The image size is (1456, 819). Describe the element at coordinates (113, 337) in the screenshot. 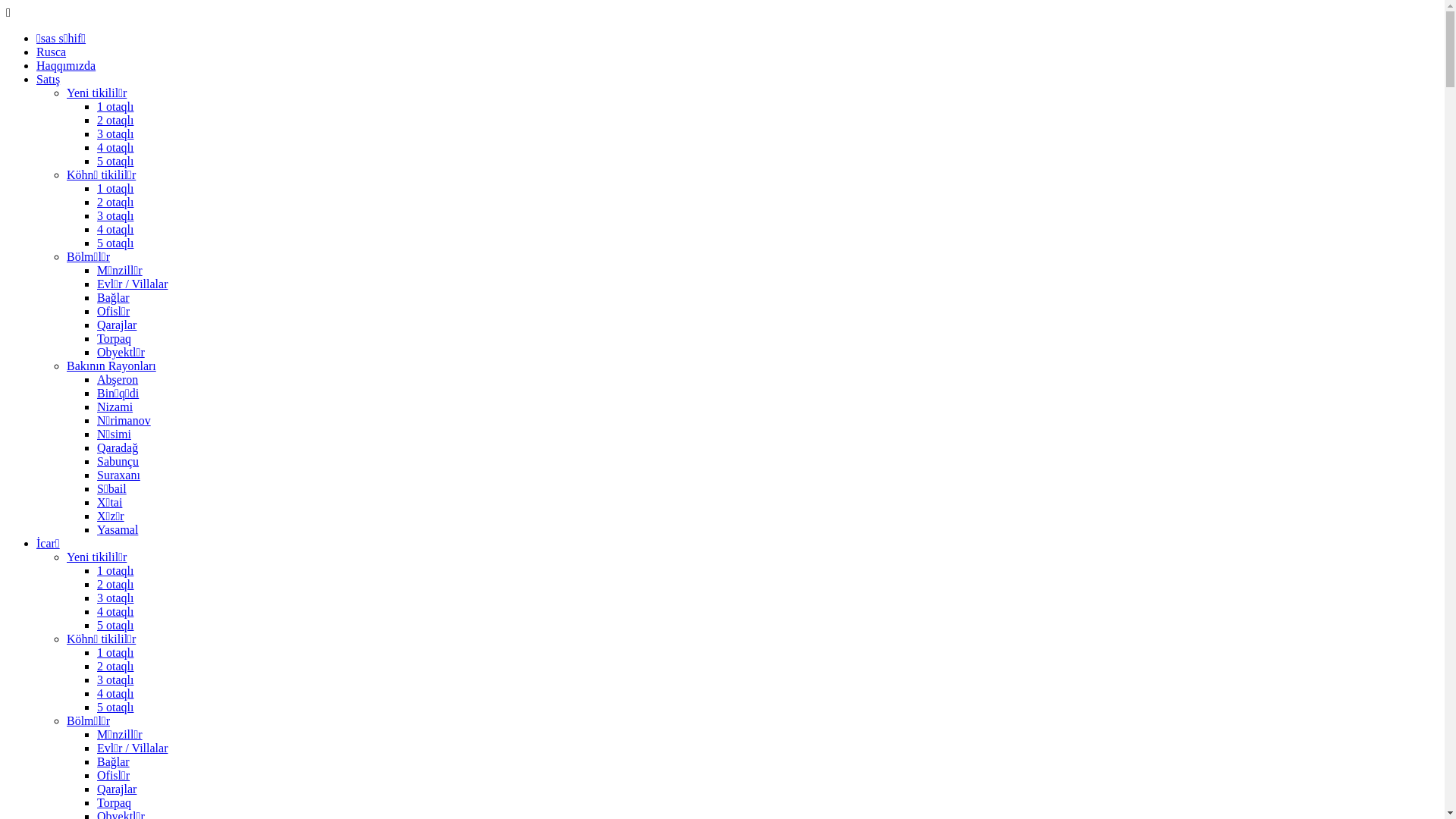

I see `'Torpaq'` at that location.